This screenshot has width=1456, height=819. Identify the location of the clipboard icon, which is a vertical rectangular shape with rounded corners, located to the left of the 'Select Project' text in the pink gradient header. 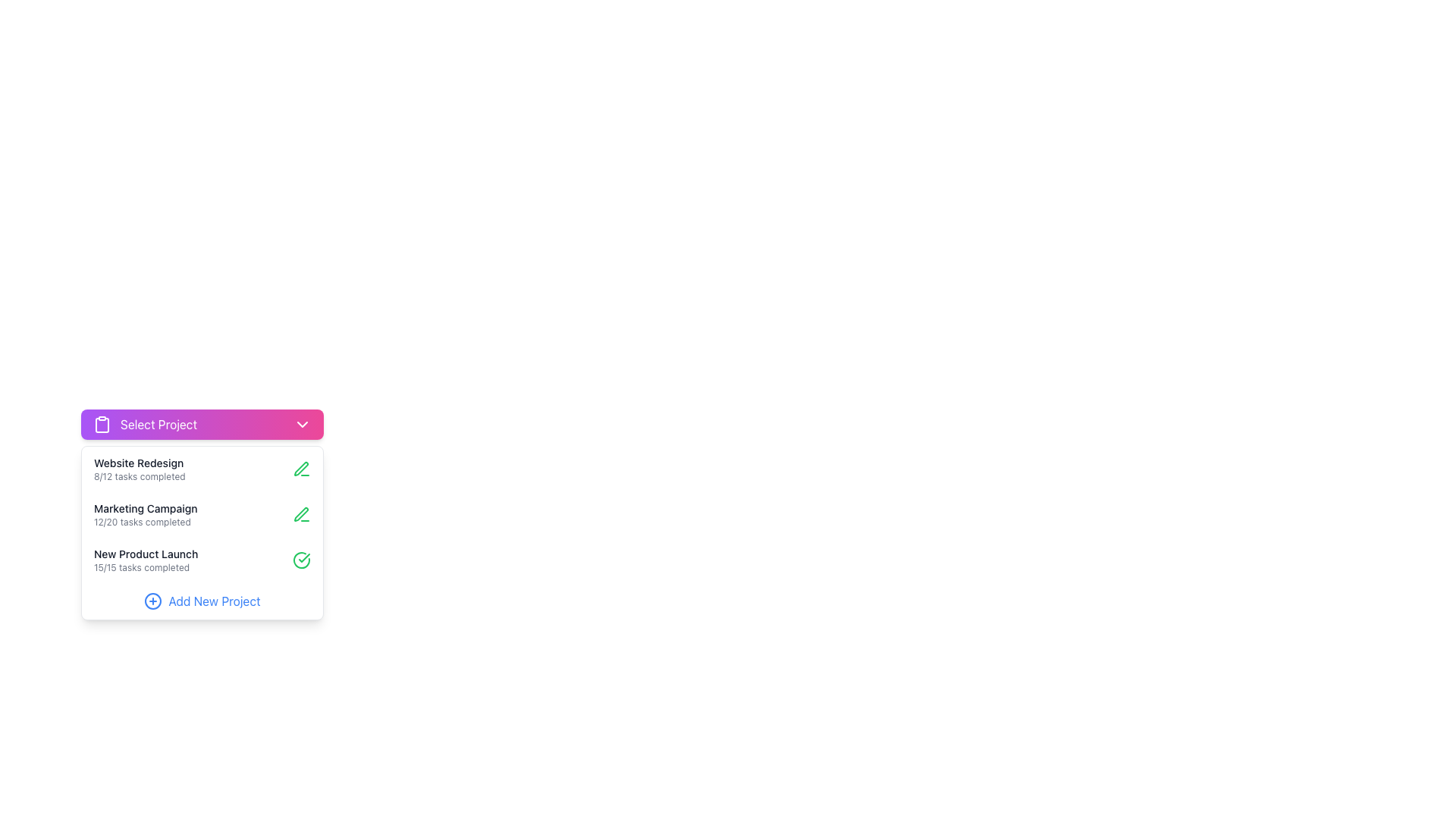
(101, 425).